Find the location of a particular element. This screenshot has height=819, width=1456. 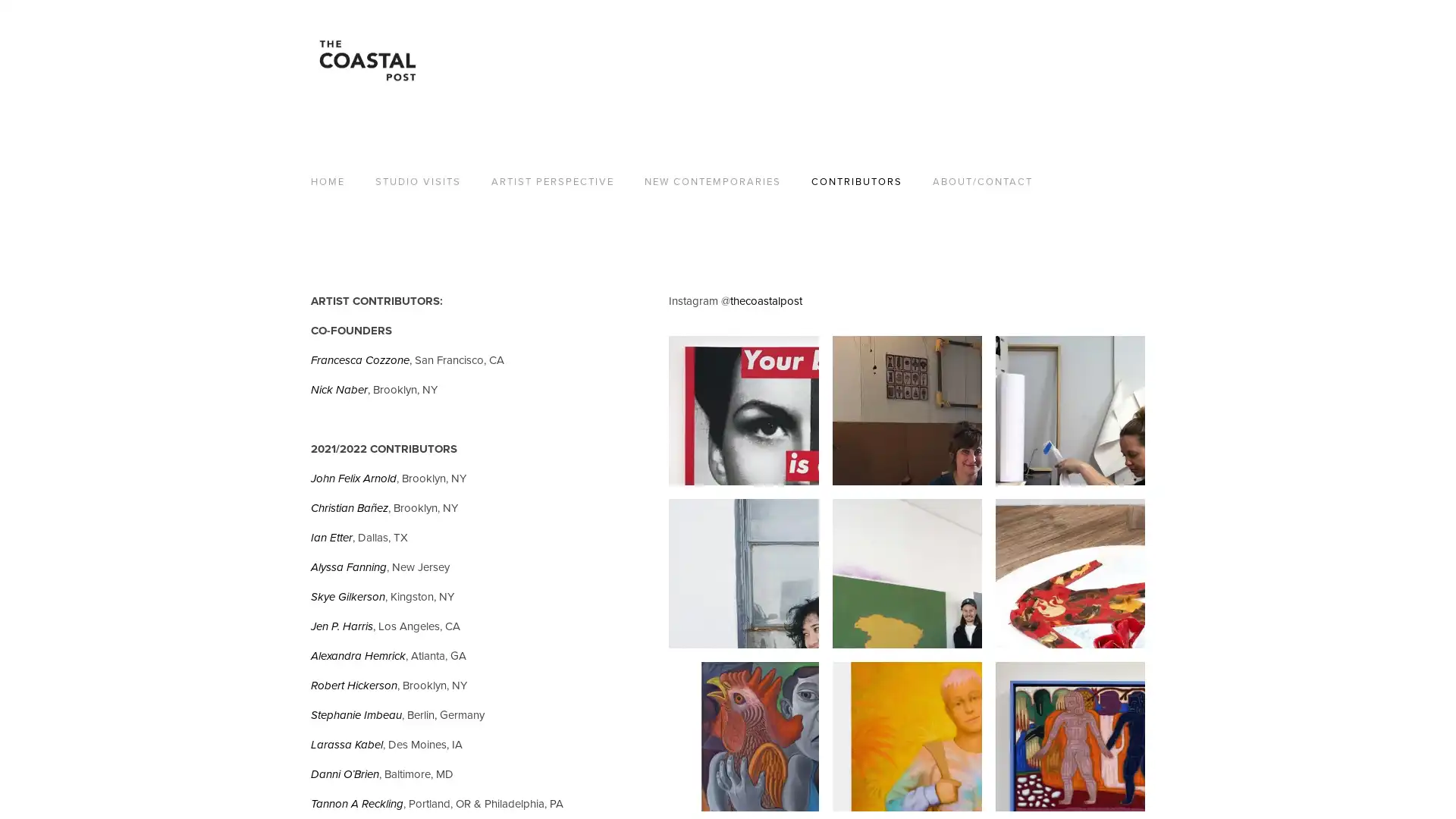

View fullsize Barbra Kruger // Untitled (Your body is a battleground), 1989 // photographic silkscreen on vinyl // 112 x 112 in. &bull; Resources can be found in our Linktree is located at coordinates (743, 410).